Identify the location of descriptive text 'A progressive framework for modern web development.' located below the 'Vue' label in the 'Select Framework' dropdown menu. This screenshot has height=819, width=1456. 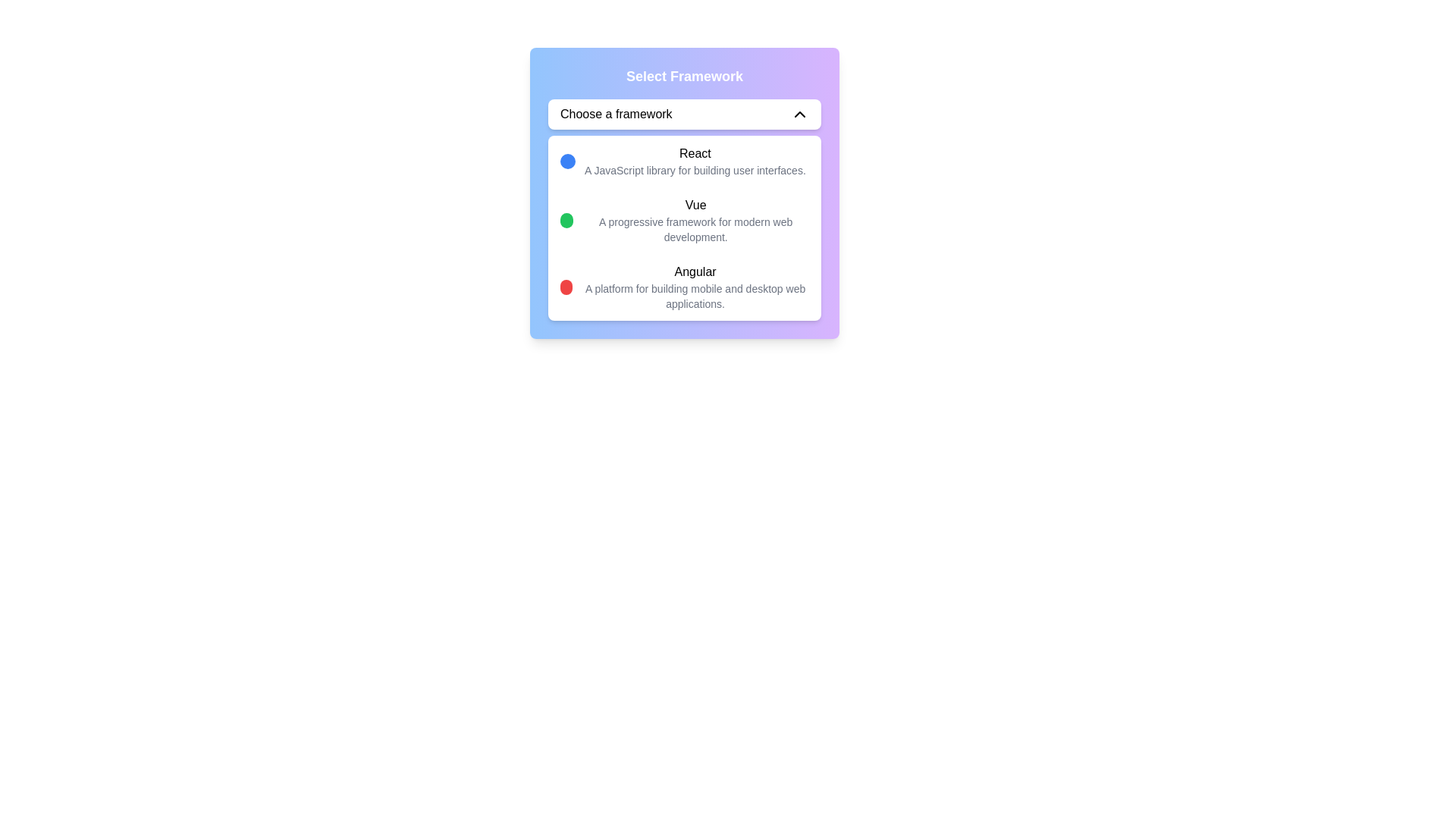
(695, 230).